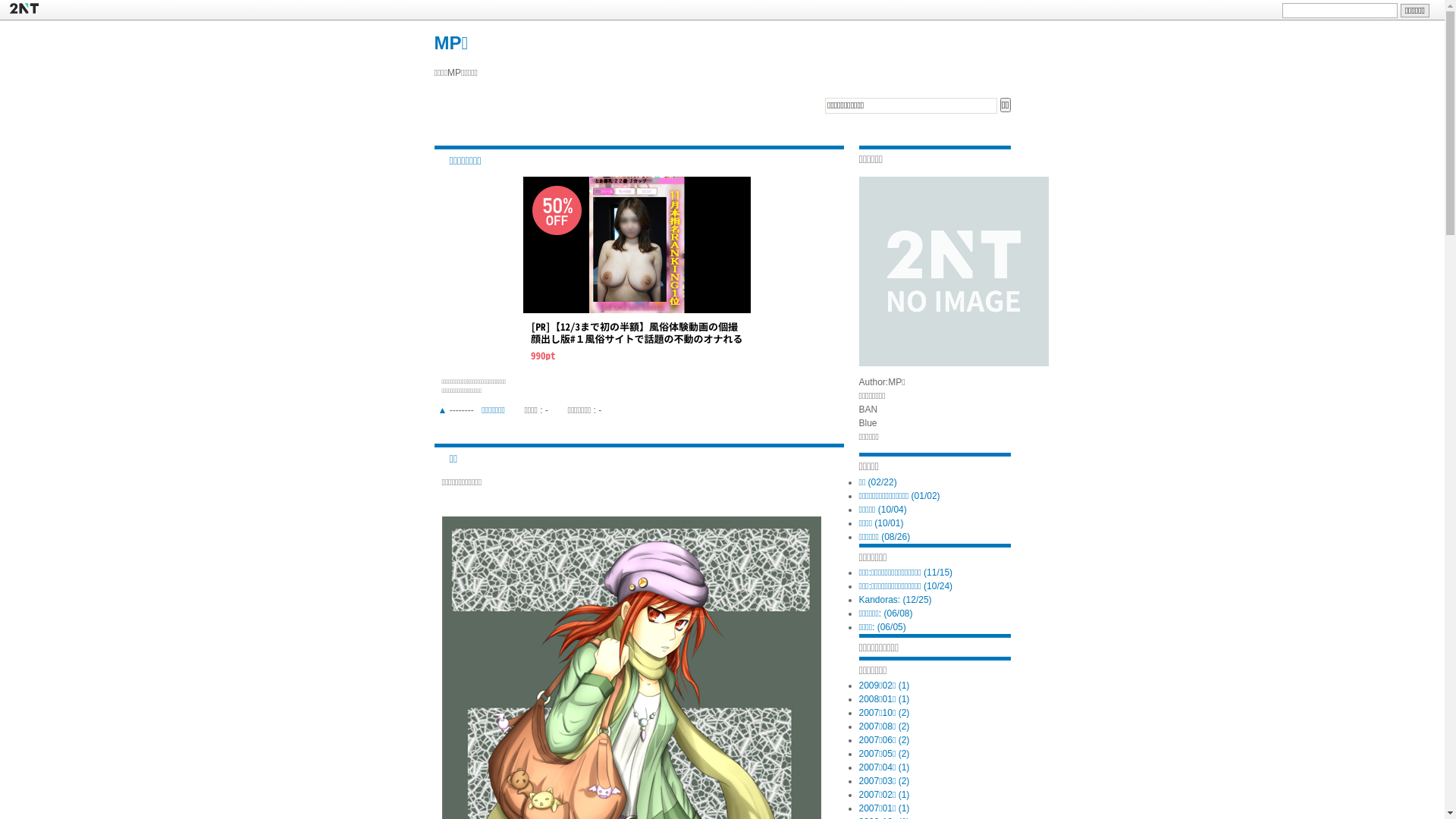 This screenshot has width=1456, height=819. I want to click on 'Kandoras: (12/25)', so click(895, 598).